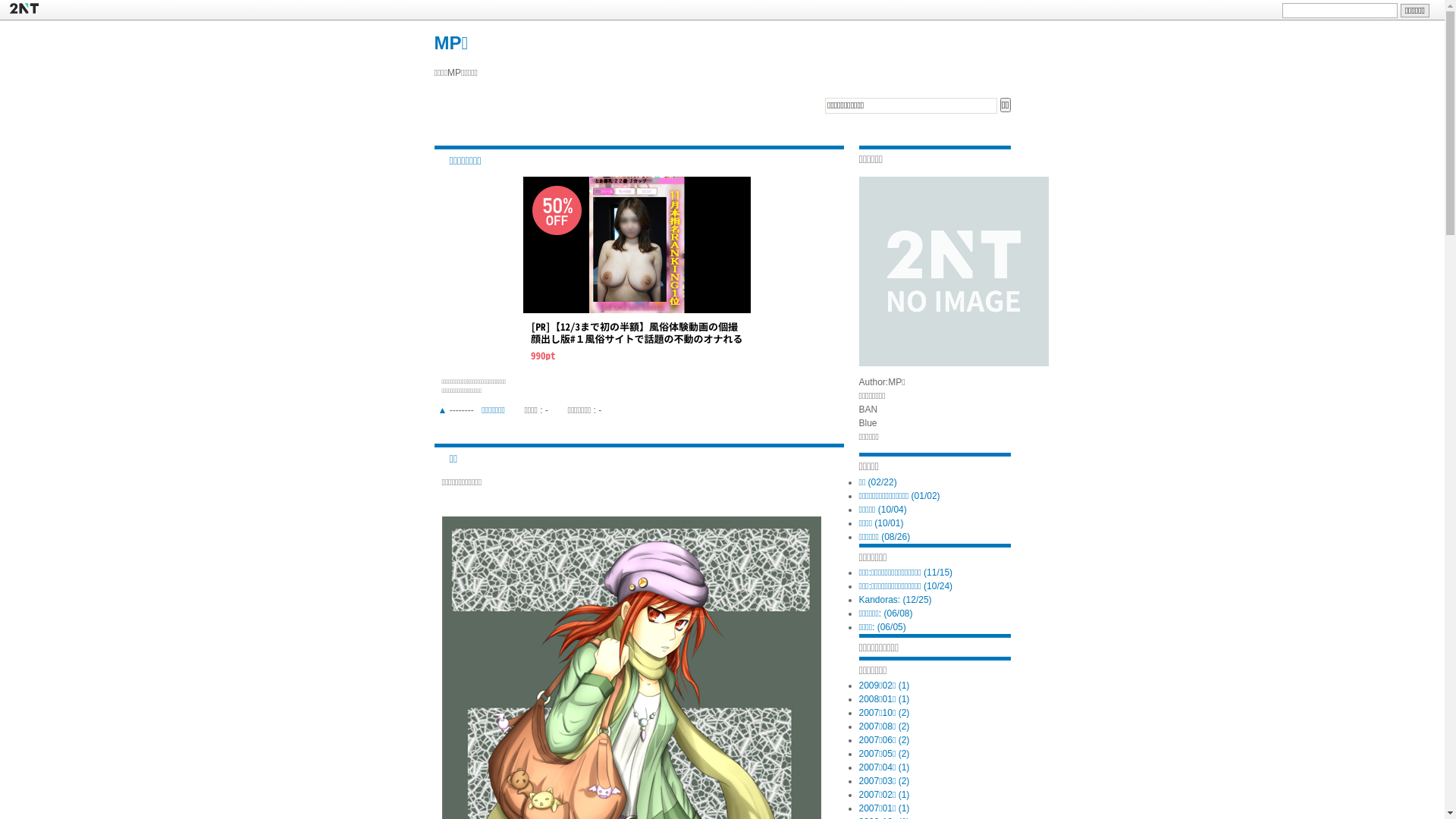 This screenshot has width=1456, height=819. I want to click on 'Kandoras: (12/25)', so click(895, 598).